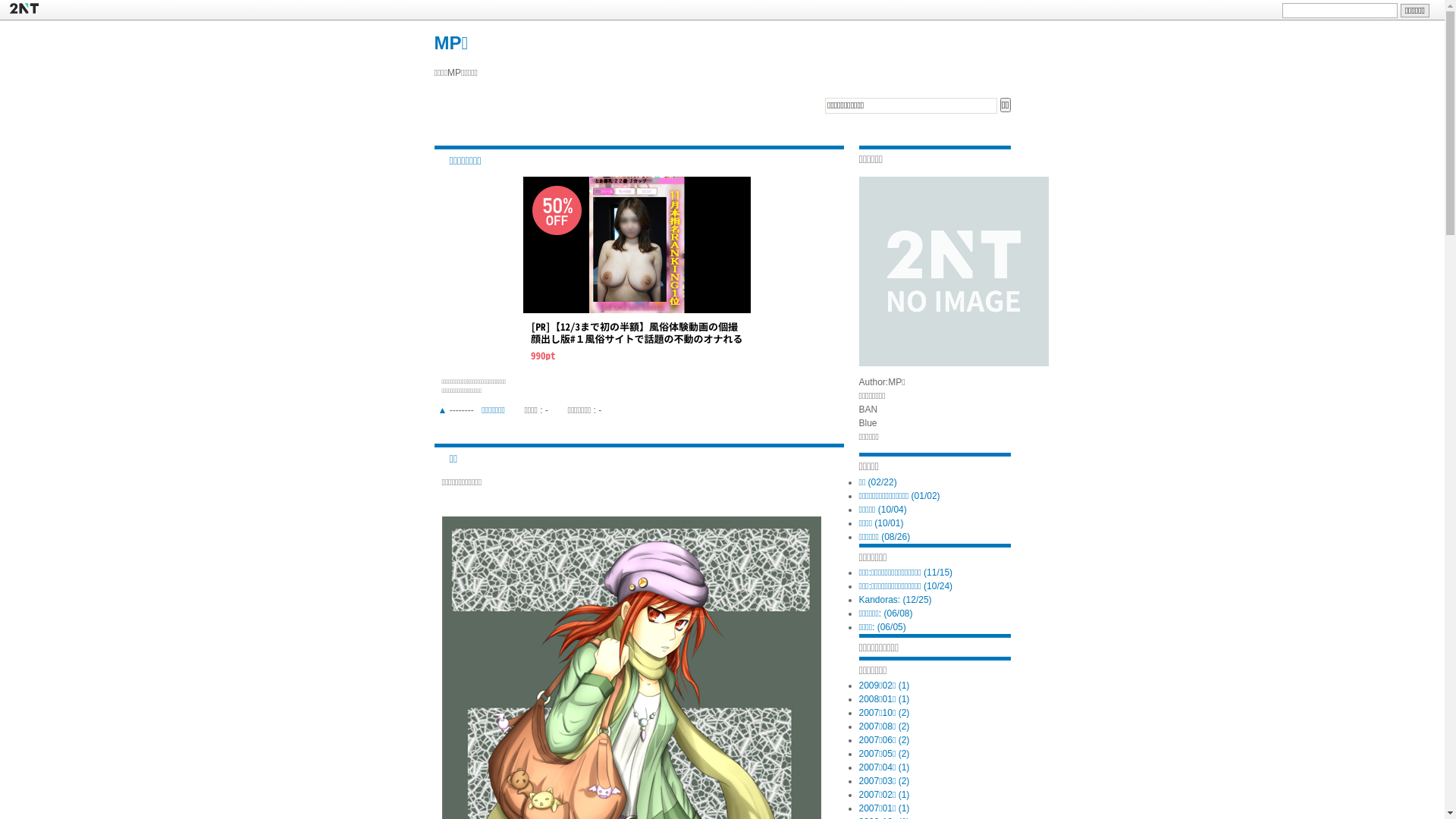 This screenshot has width=1456, height=819. I want to click on 'Kandoras: (12/25)', so click(895, 598).